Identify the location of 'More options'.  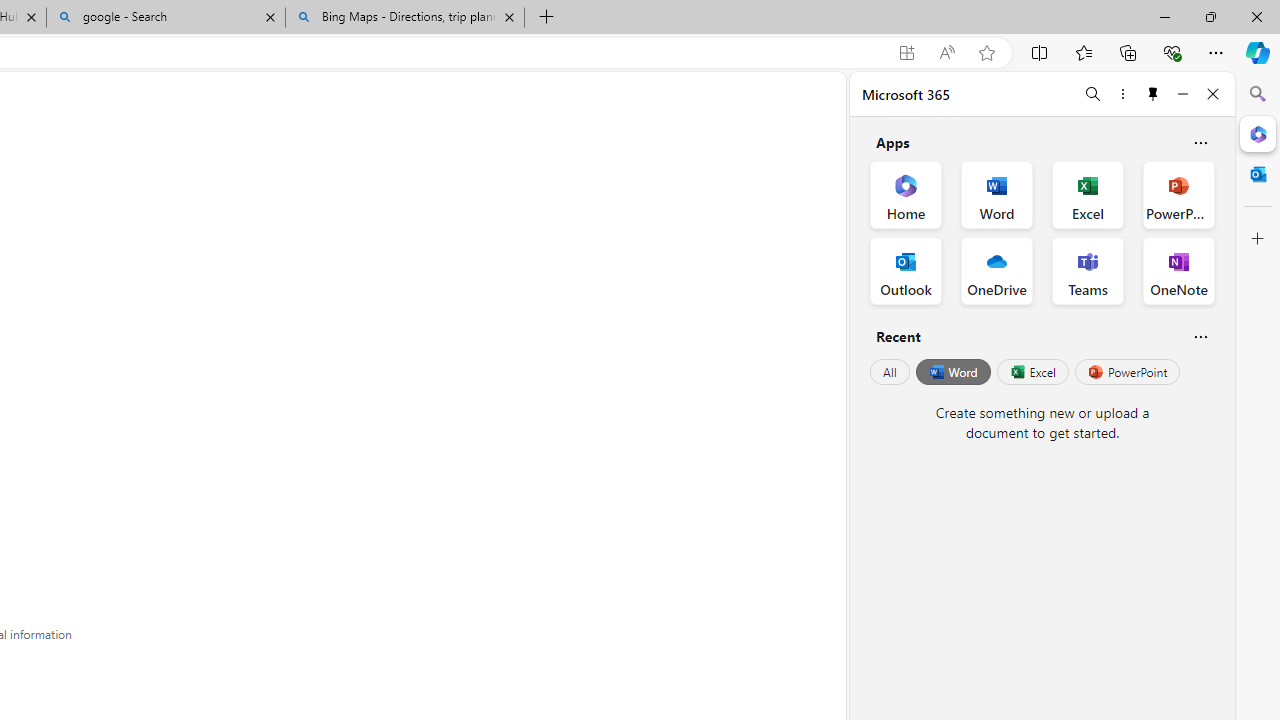
(1122, 93).